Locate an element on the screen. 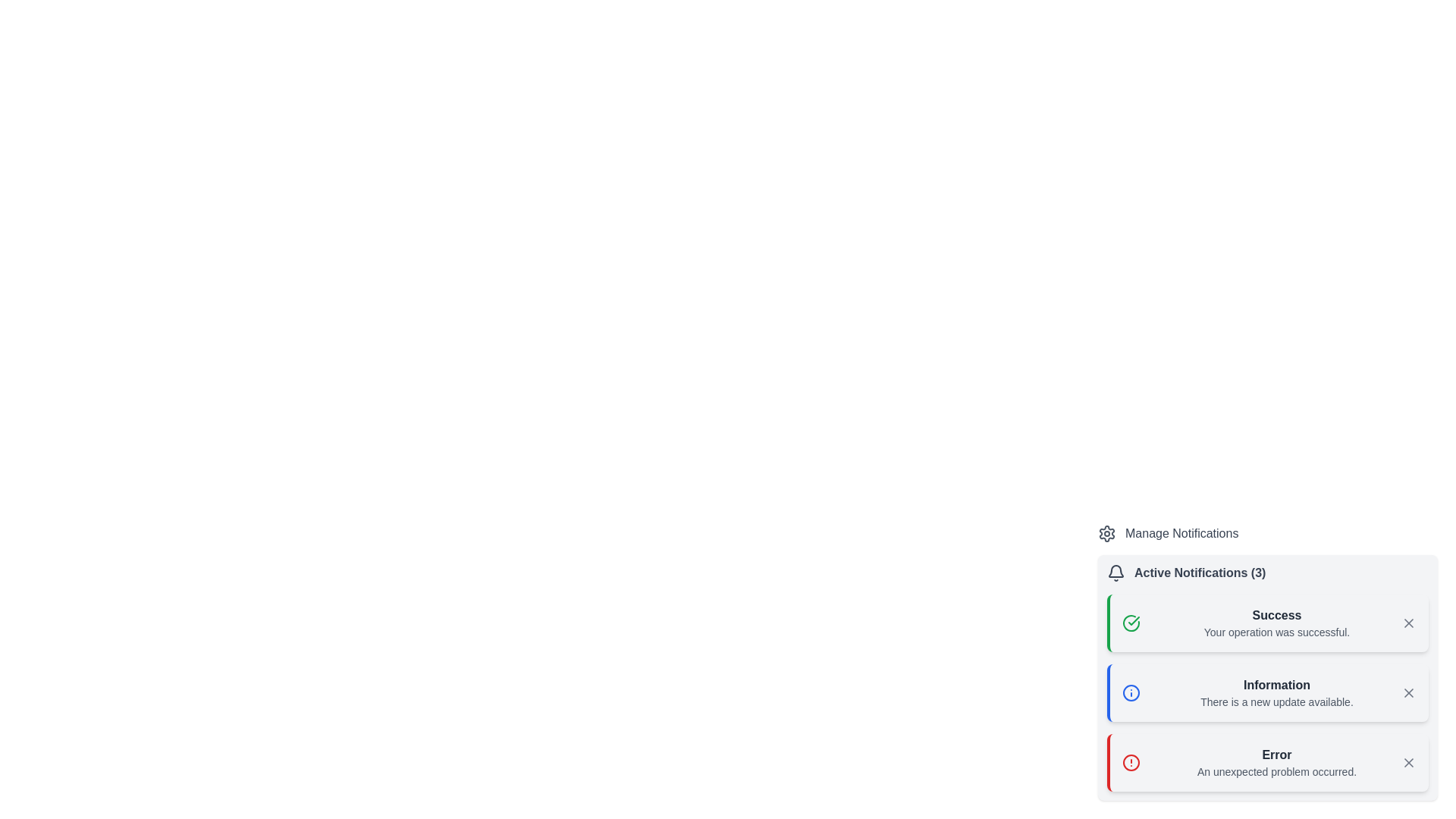 The image size is (1456, 819). text label 'Active Notifications (3)' which is bolded and located near a bell icon in the notification summary box is located at coordinates (1199, 573).